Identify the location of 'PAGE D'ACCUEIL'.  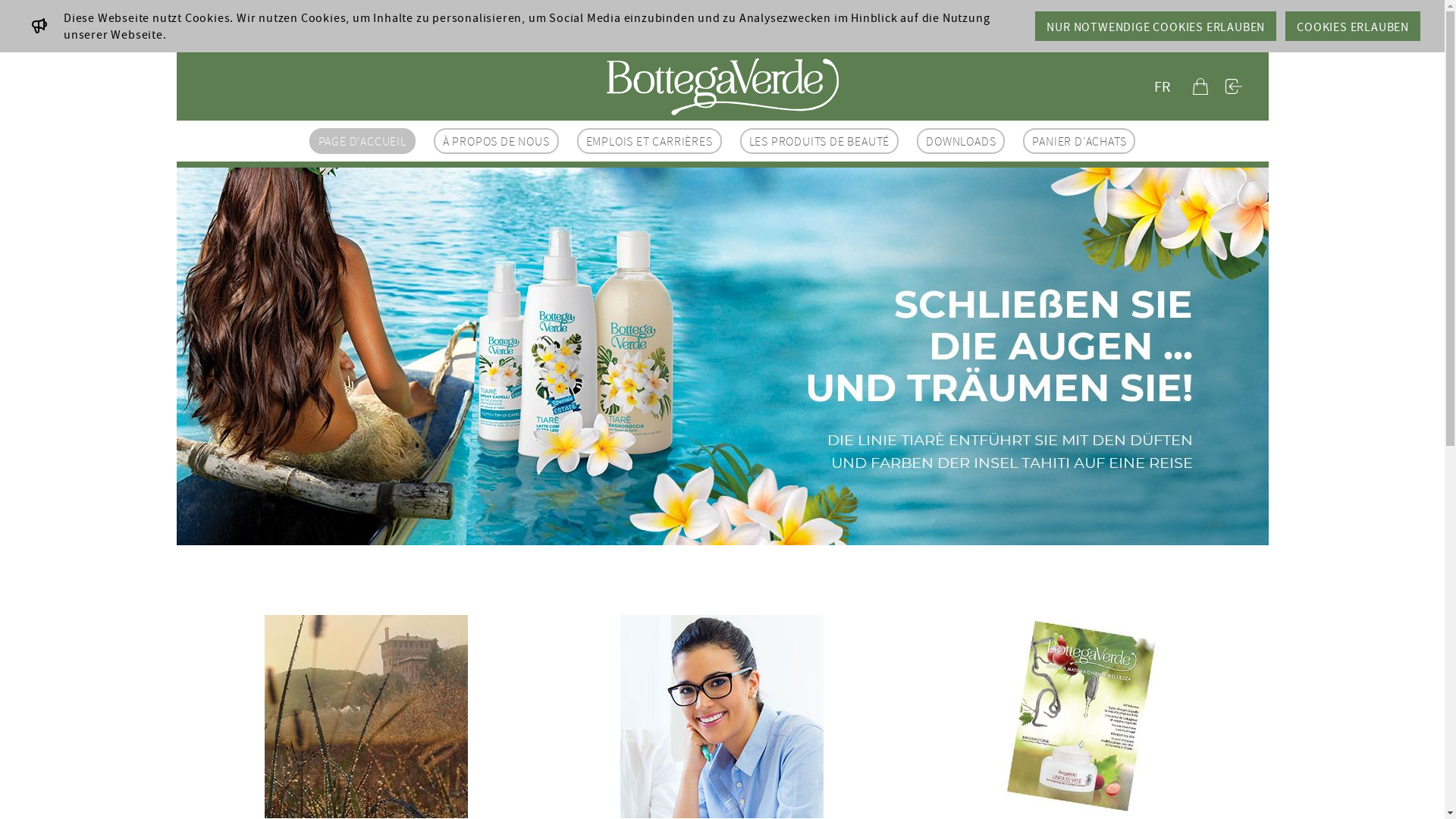
(362, 140).